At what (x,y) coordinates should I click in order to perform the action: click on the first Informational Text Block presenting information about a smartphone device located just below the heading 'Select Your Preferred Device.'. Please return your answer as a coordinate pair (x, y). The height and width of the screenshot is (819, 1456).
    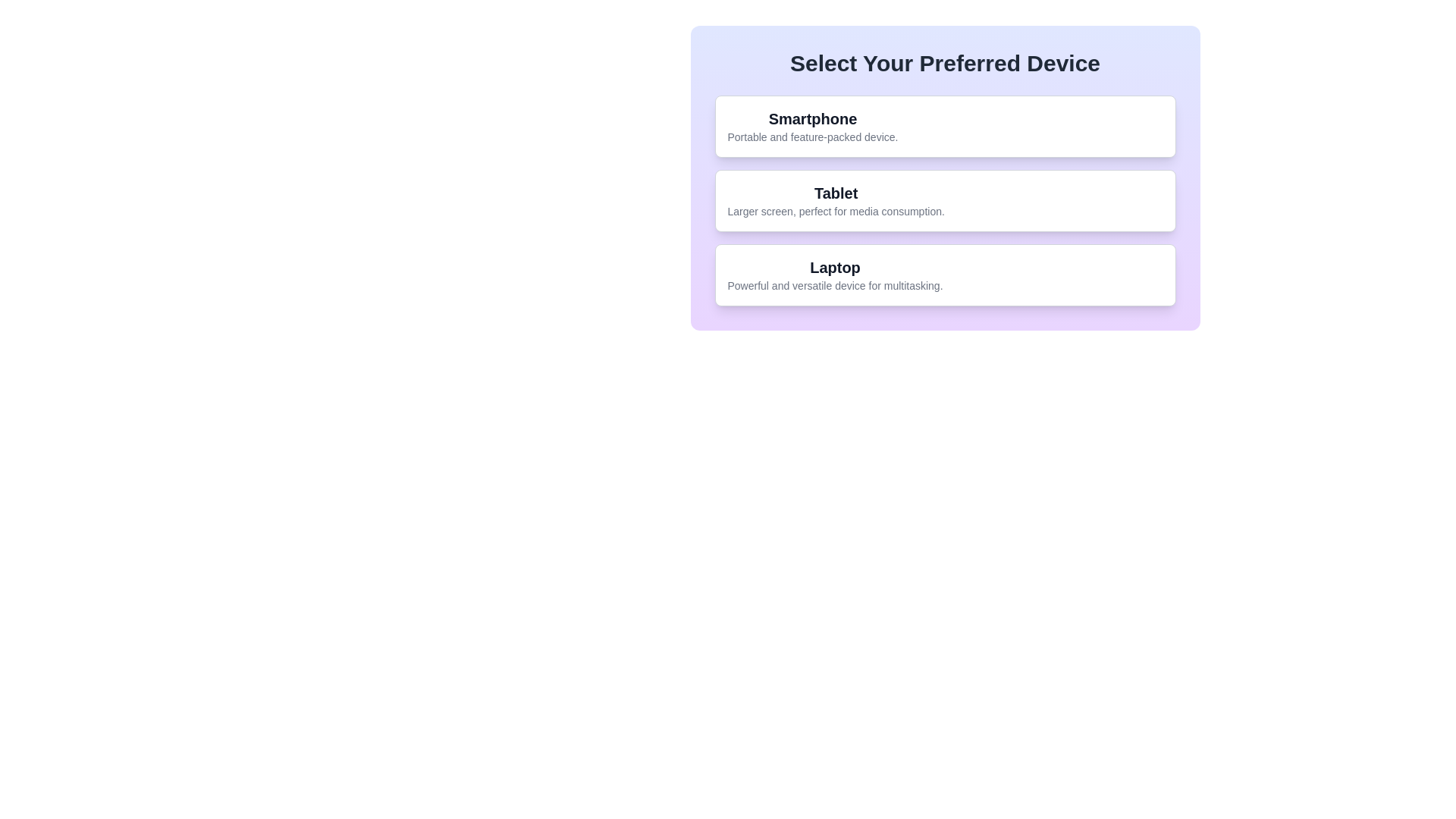
    Looking at the image, I should click on (811, 125).